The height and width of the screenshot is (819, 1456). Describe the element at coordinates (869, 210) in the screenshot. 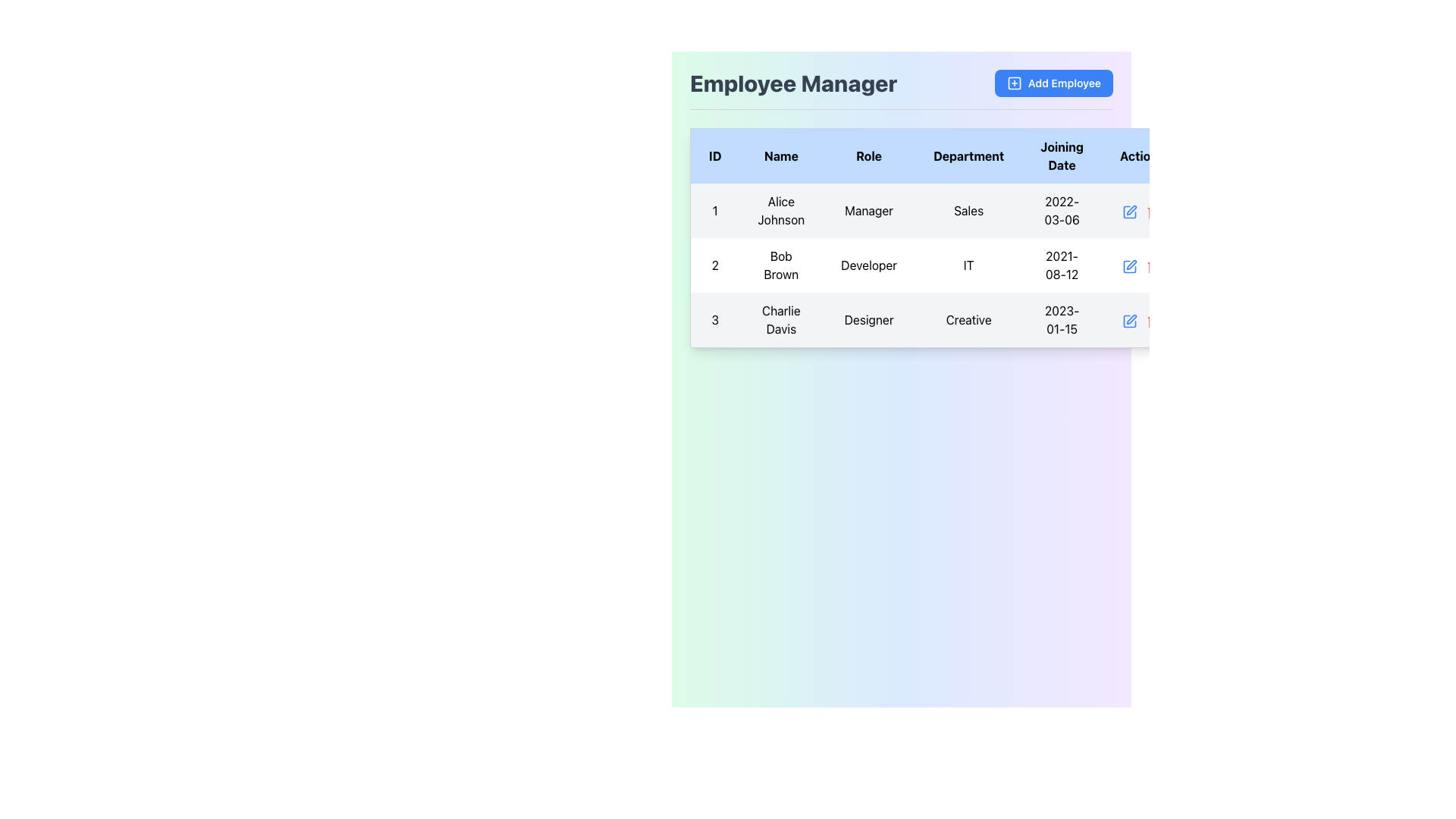

I see `the static text cell displaying 'Manager' in the third column of the table associated with 'Alice Johnson'` at that location.